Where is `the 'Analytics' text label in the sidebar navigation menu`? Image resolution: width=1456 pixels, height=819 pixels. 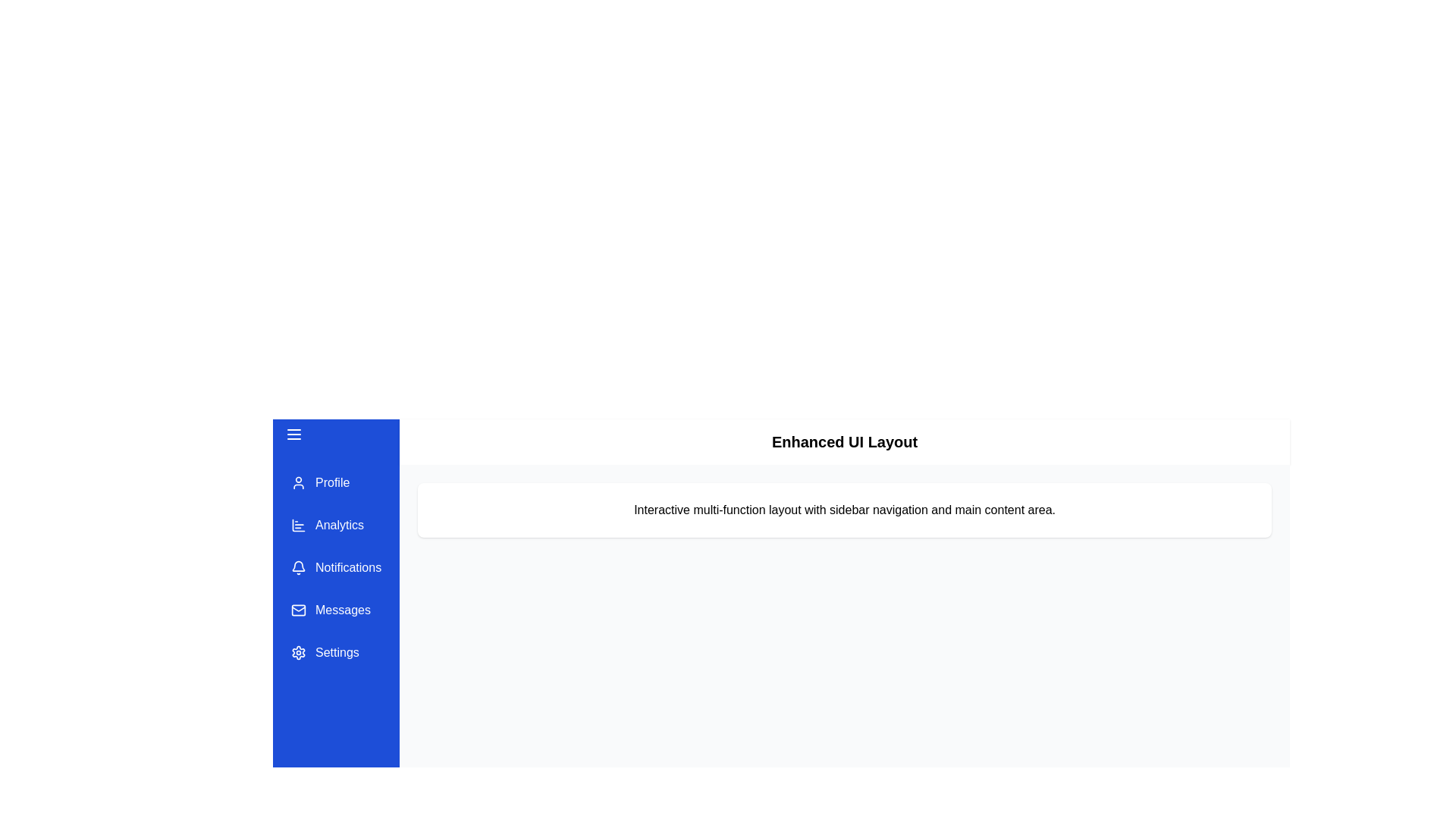
the 'Analytics' text label in the sidebar navigation menu is located at coordinates (338, 525).